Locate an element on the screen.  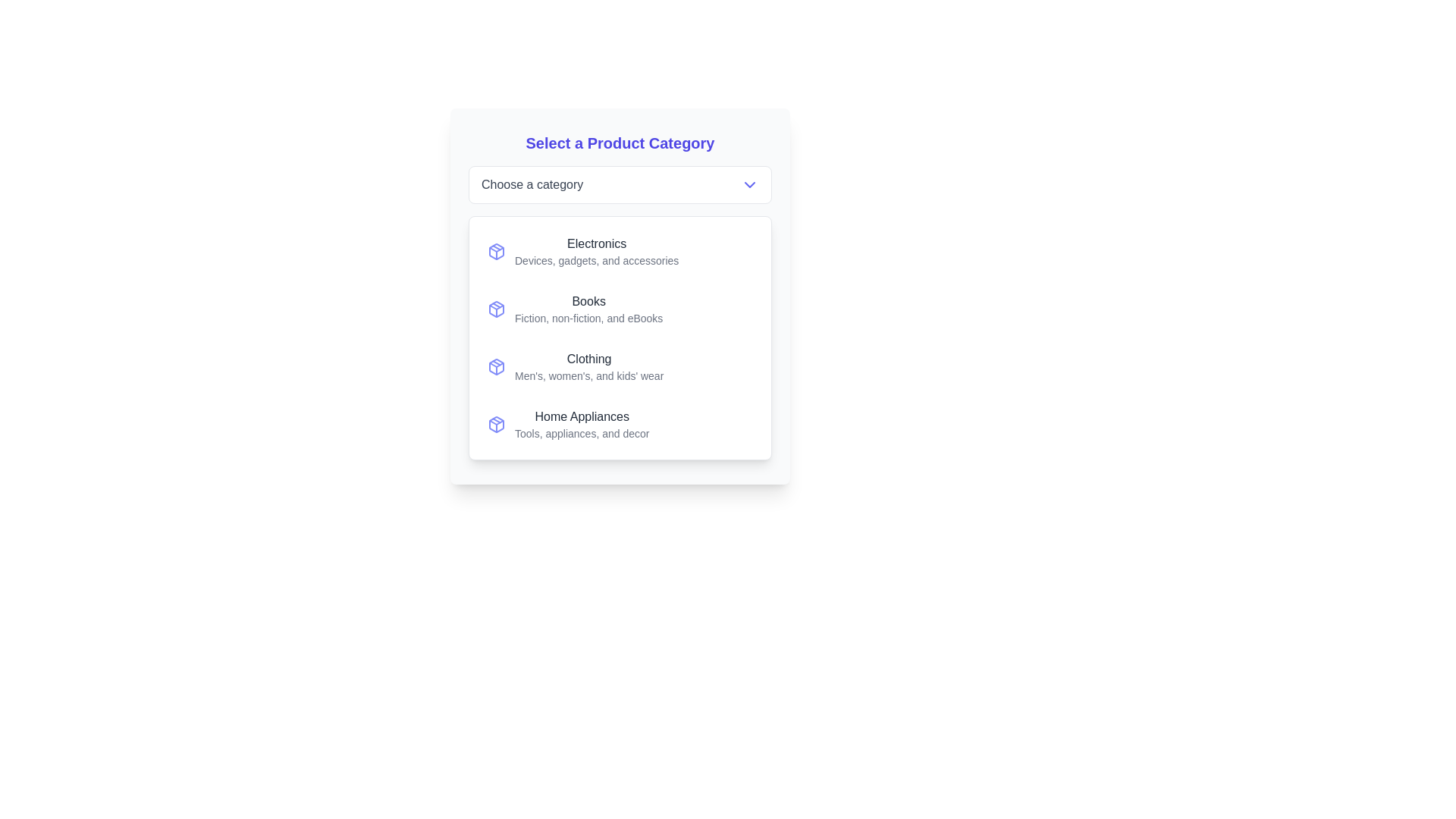
the first category list entry for 'Electronics' is located at coordinates (582, 250).